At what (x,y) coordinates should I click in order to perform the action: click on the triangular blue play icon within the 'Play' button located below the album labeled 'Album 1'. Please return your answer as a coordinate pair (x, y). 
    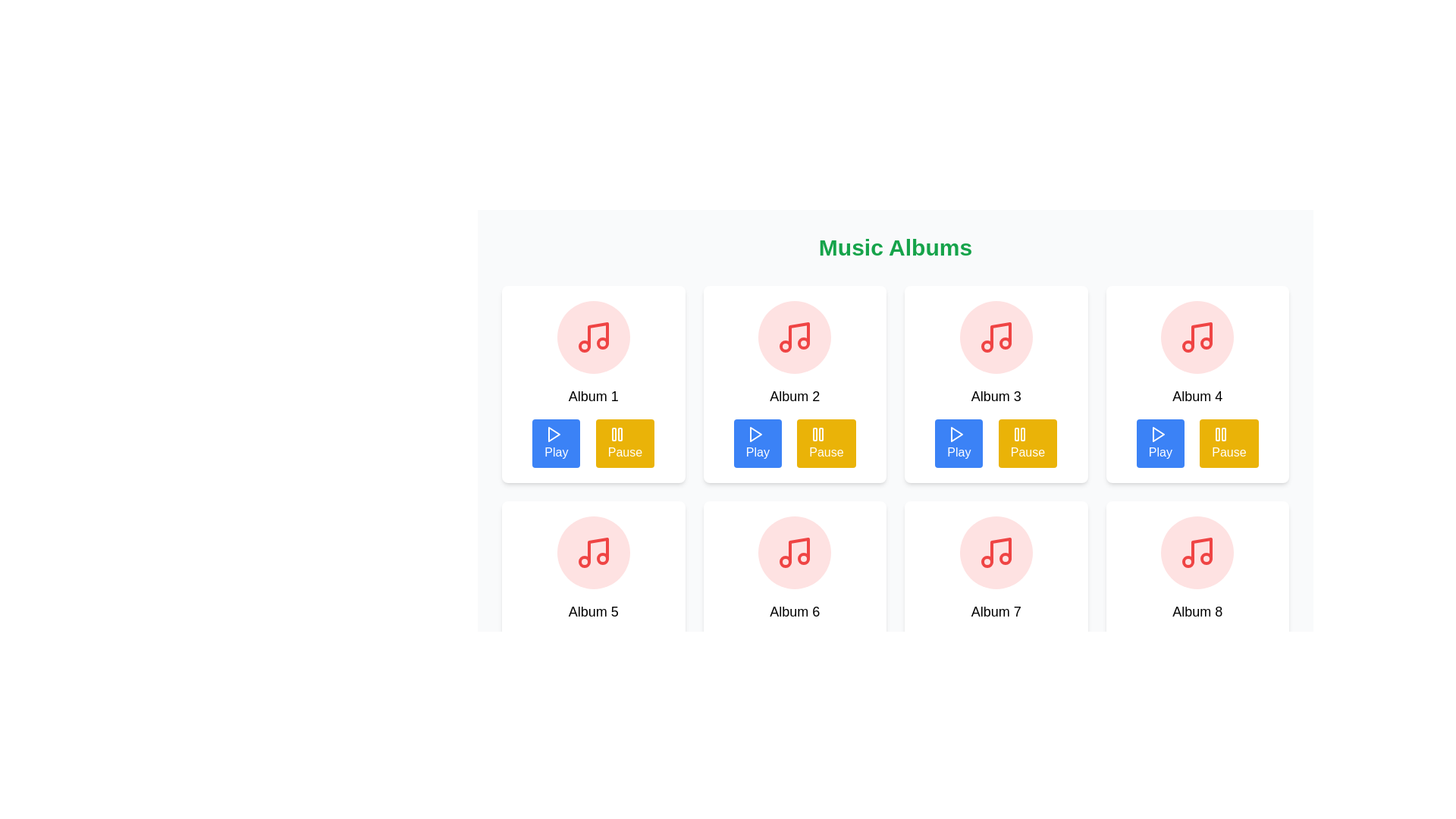
    Looking at the image, I should click on (554, 435).